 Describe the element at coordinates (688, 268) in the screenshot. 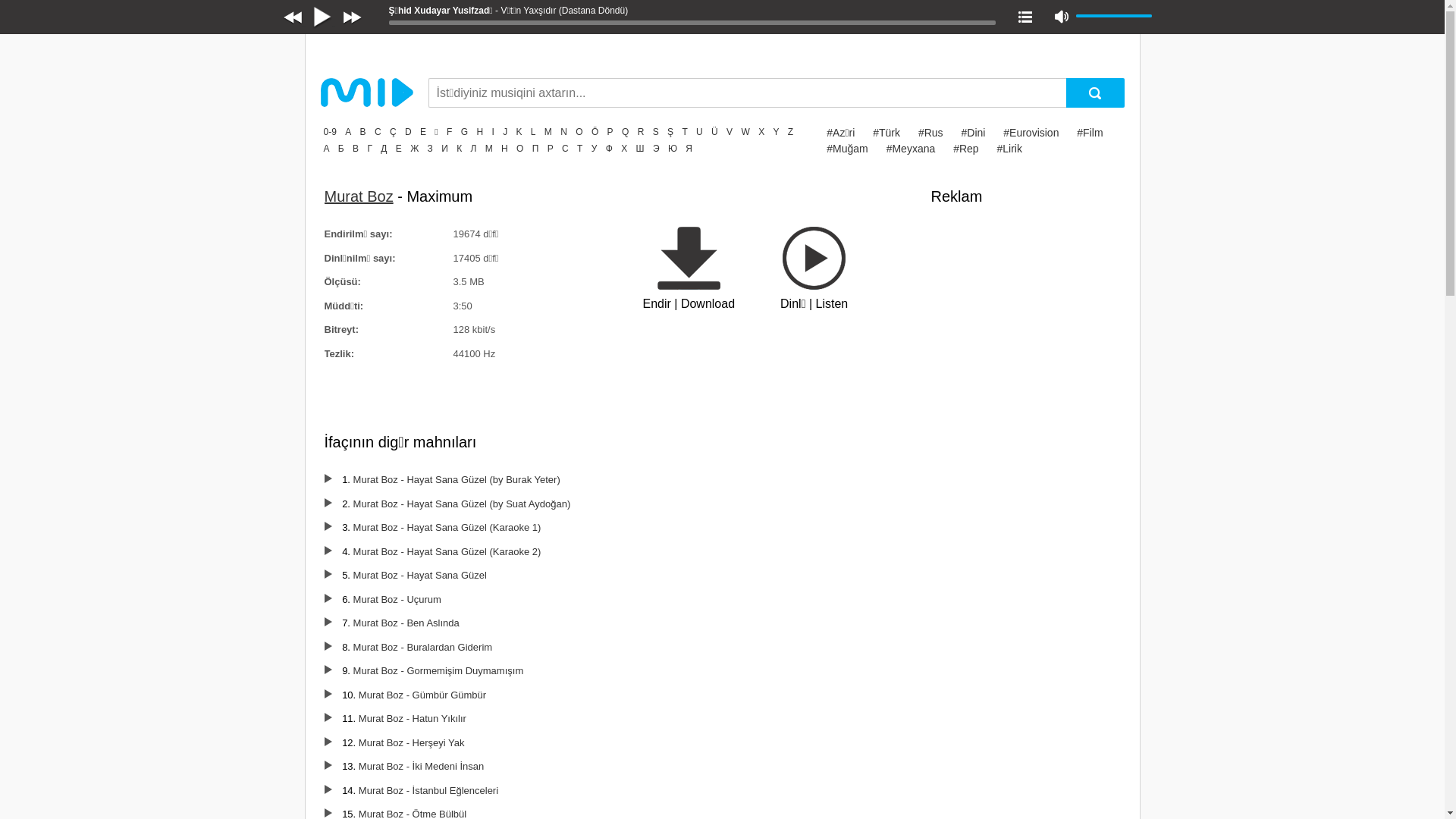

I see `'Endir | Download'` at that location.